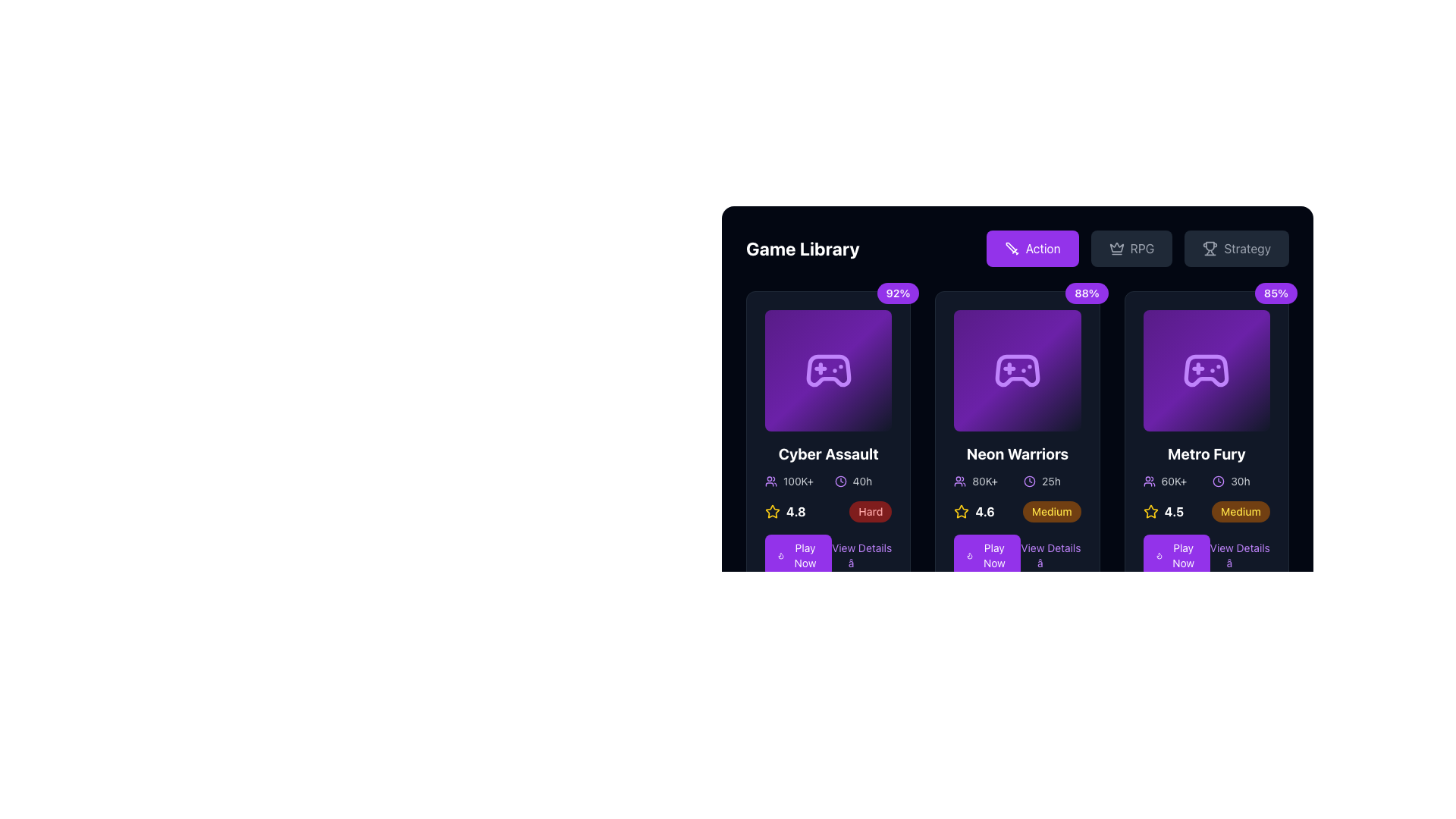  What do you see at coordinates (863, 482) in the screenshot?
I see `the informational text element displaying '40 hours' associated with the 'Cyber Assault' game, located in the grid layout near the top-left corner of the game card` at bounding box center [863, 482].